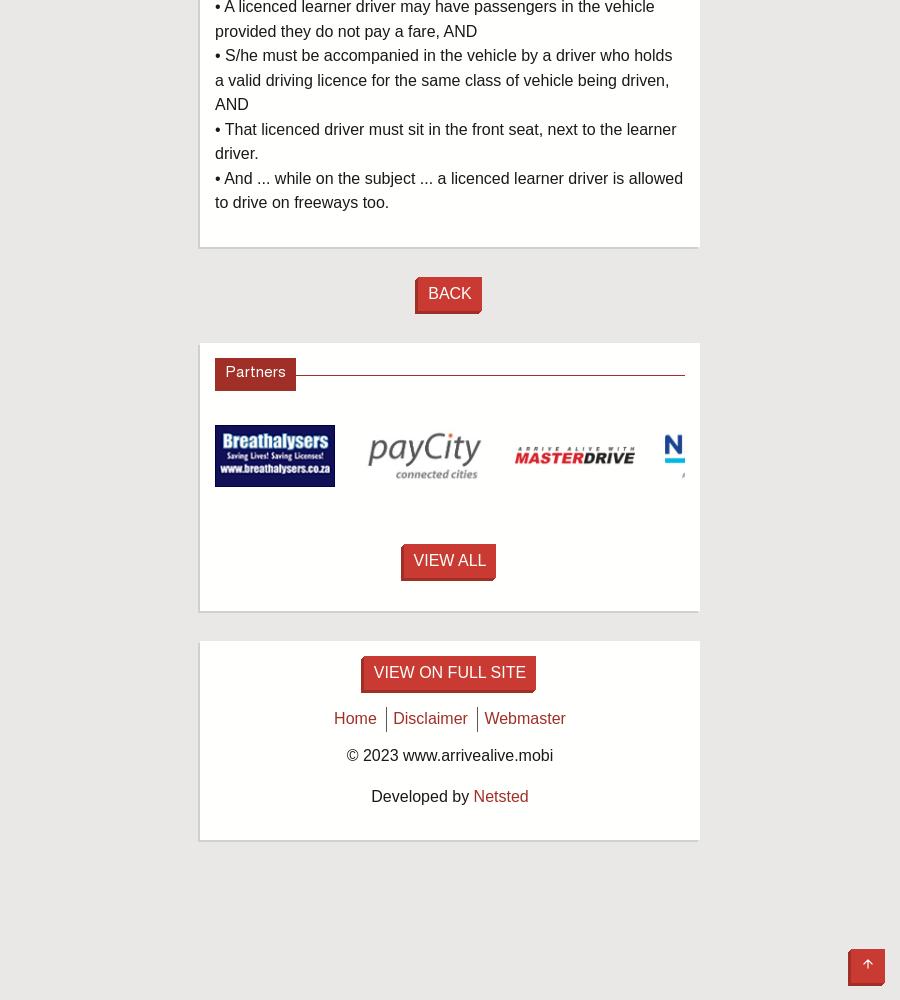 The image size is (900, 1000). I want to click on 'View All', so click(413, 559).